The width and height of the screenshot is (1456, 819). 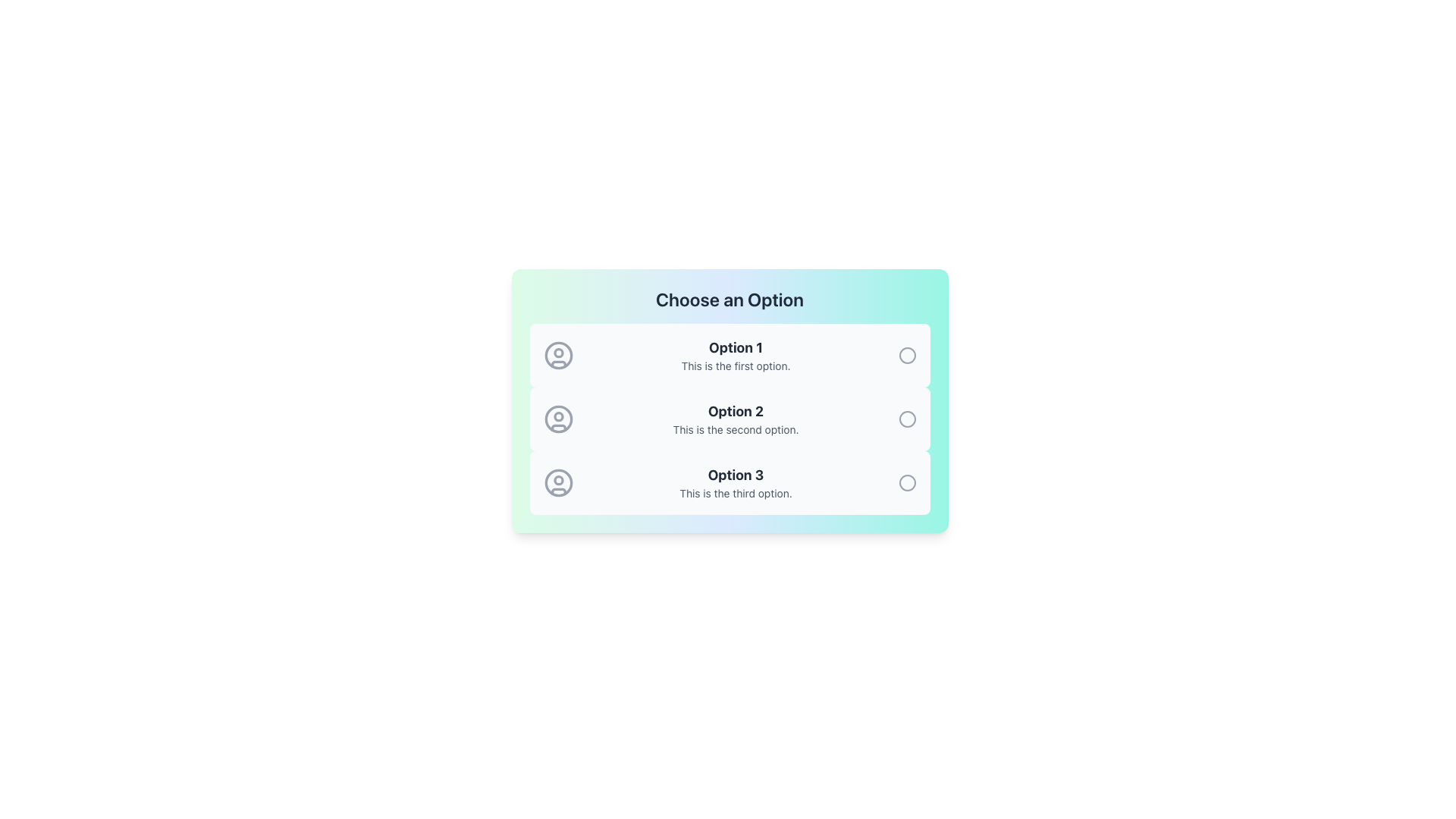 I want to click on Decorative Circle Component, which is part of the user avatar icon for the third option in the 'Choose an Option' list, located adjacent to the text 'Option 3', so click(x=557, y=480).